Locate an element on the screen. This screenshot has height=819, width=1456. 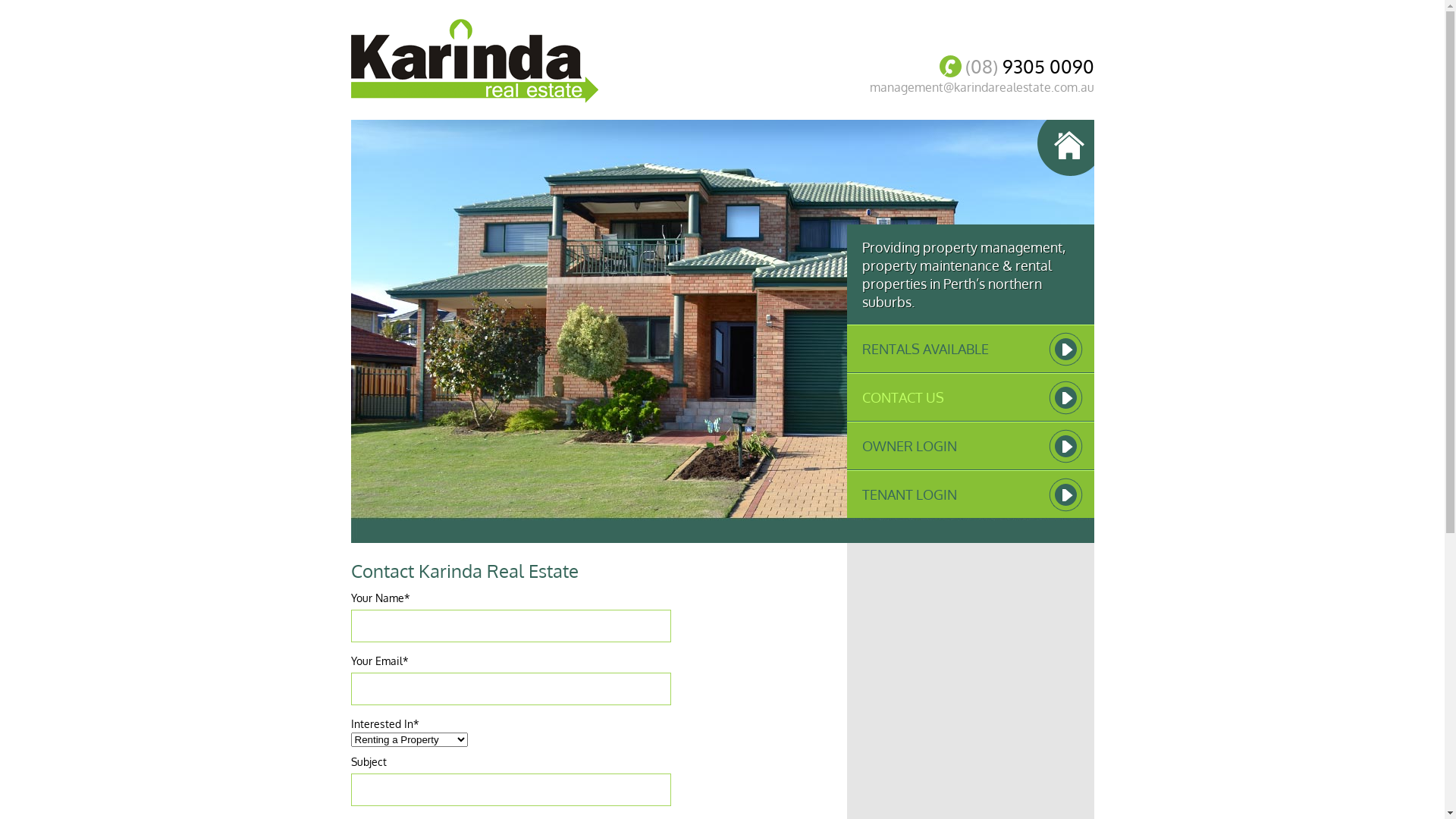
'TENANT LOGIN' is located at coordinates (968, 494).